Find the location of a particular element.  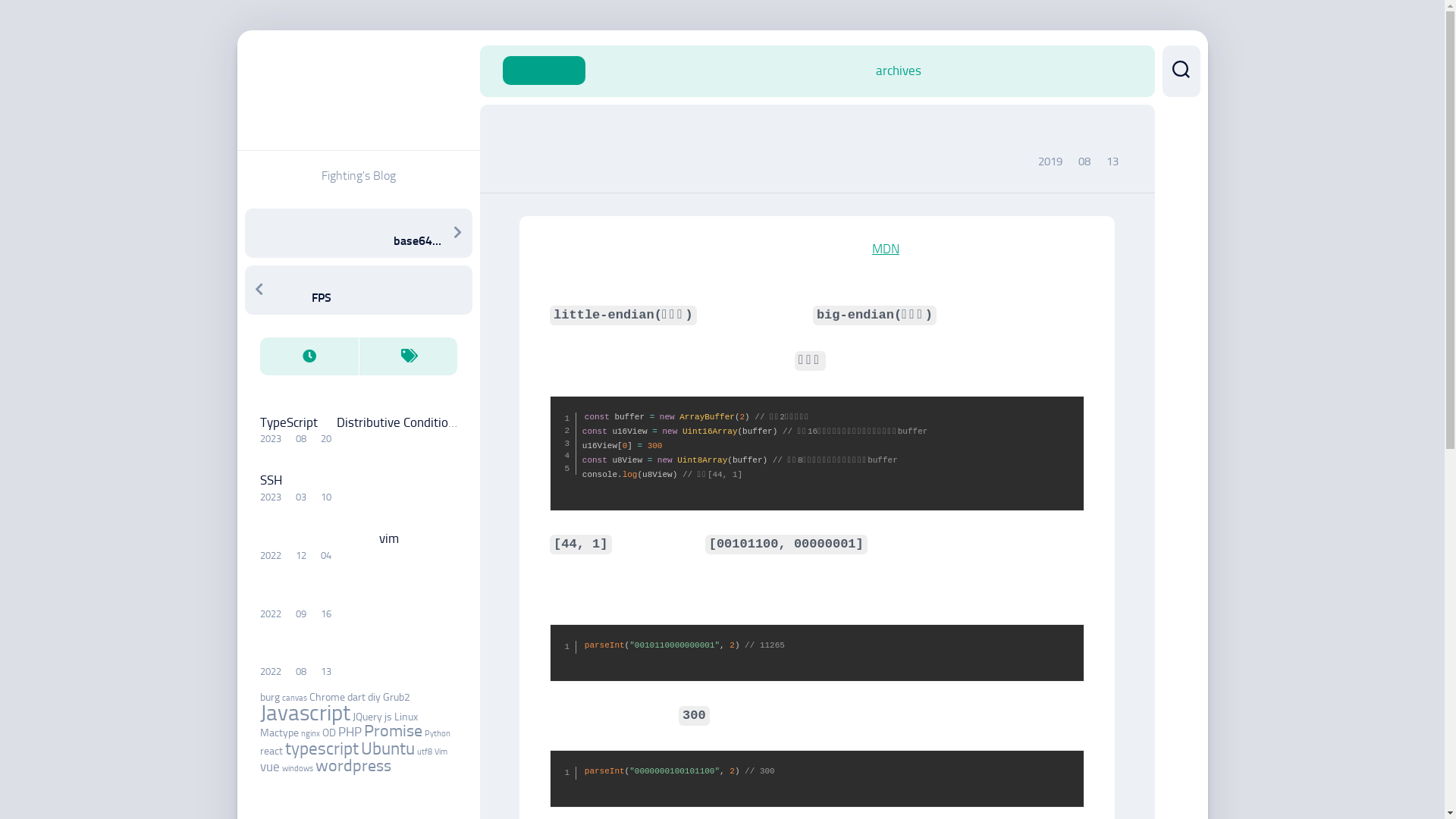

'Ubuntu' is located at coordinates (388, 748).